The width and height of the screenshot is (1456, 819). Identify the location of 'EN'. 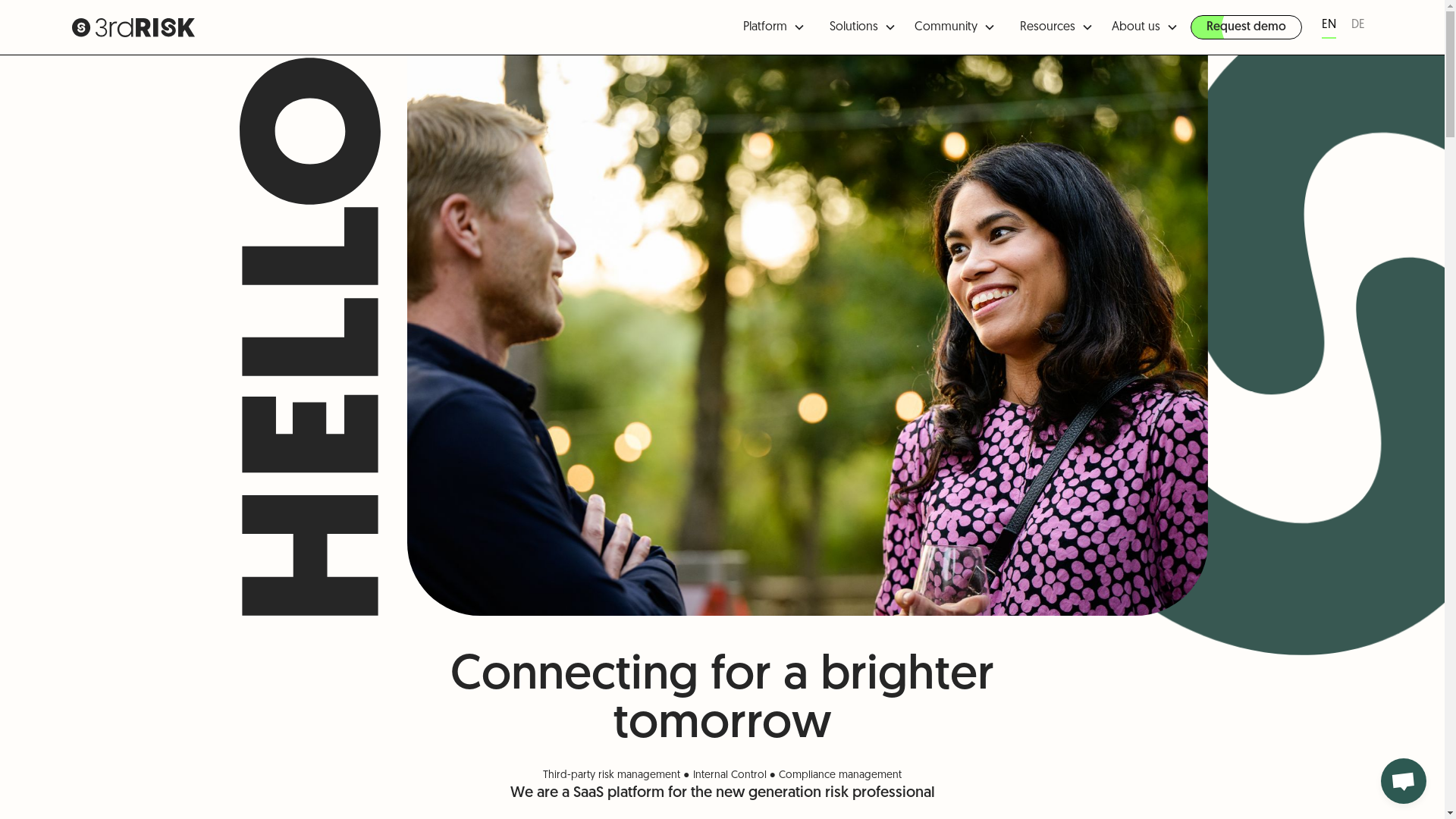
(1328, 27).